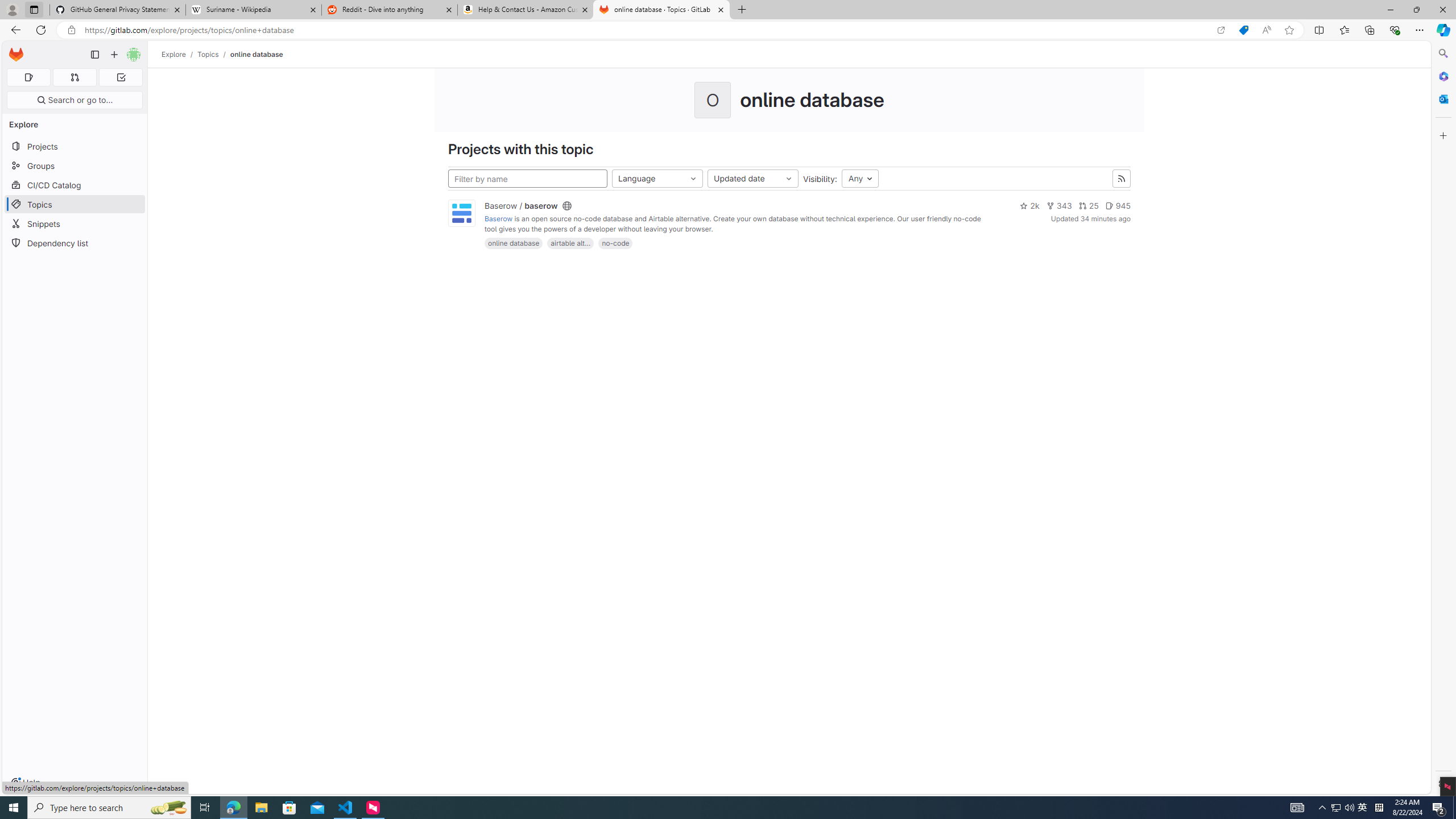  What do you see at coordinates (614, 242) in the screenshot?
I see `'no-code'` at bounding box center [614, 242].